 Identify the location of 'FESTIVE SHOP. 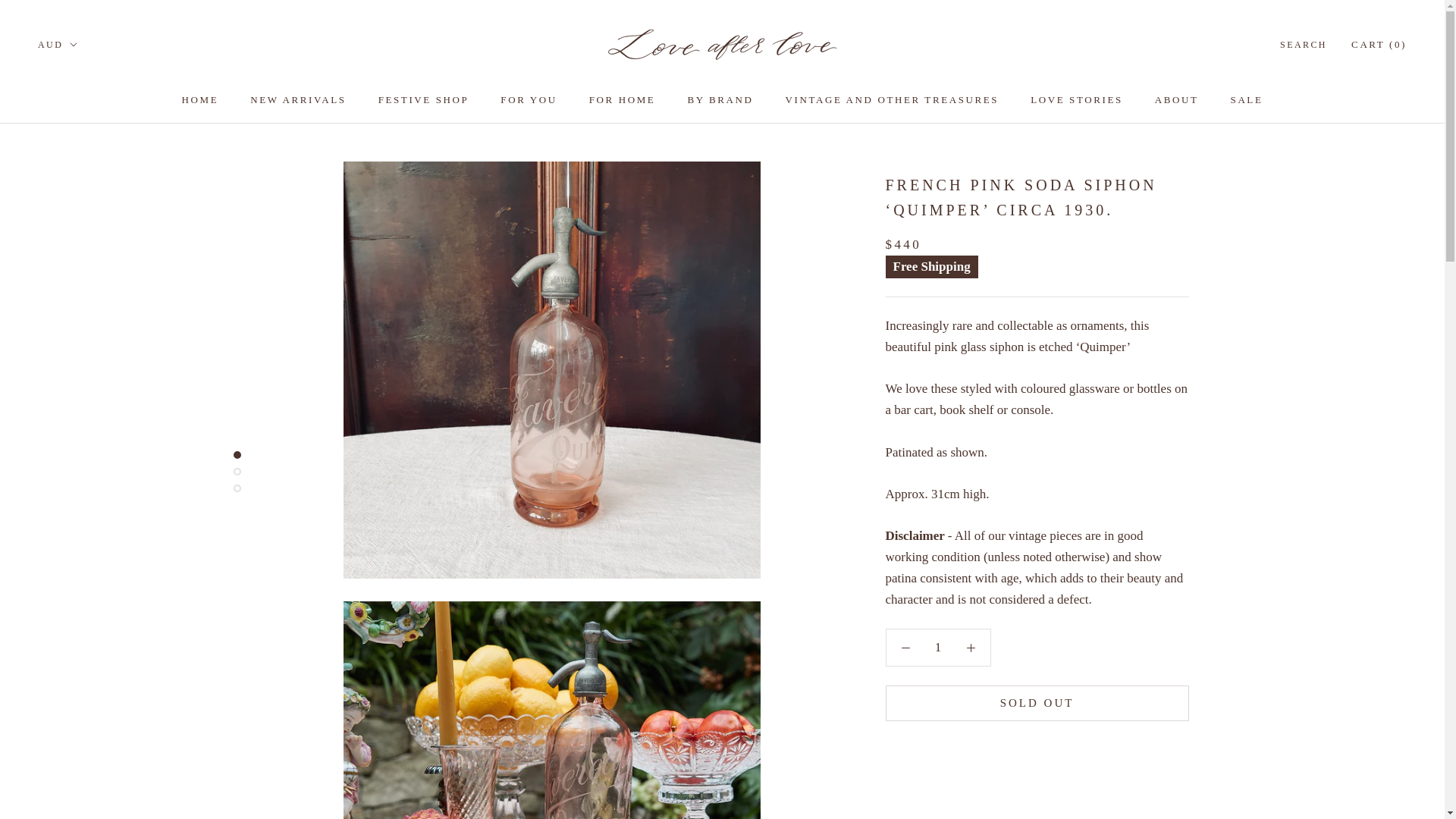
(378, 99).